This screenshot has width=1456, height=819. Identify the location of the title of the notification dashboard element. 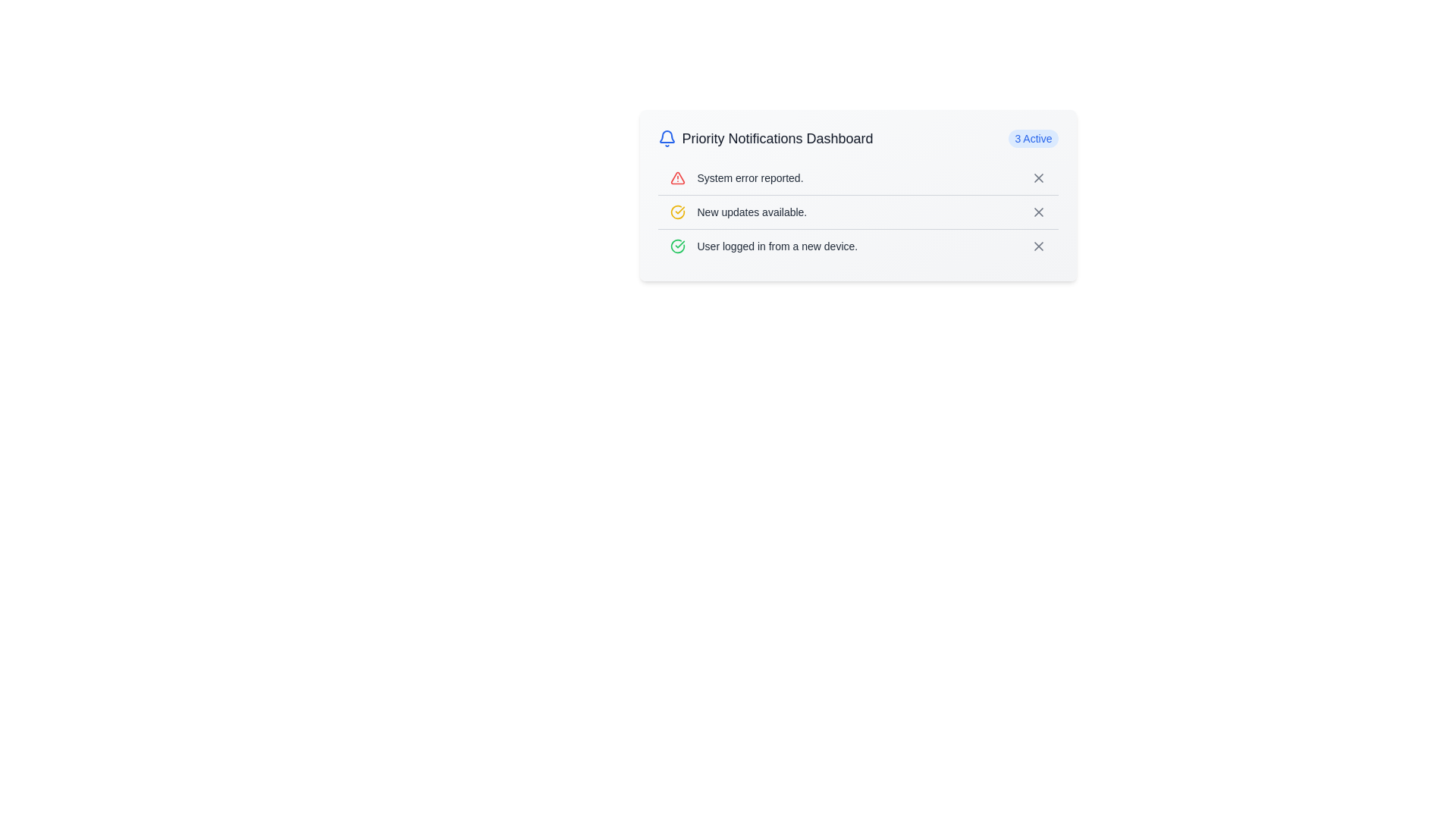
(858, 138).